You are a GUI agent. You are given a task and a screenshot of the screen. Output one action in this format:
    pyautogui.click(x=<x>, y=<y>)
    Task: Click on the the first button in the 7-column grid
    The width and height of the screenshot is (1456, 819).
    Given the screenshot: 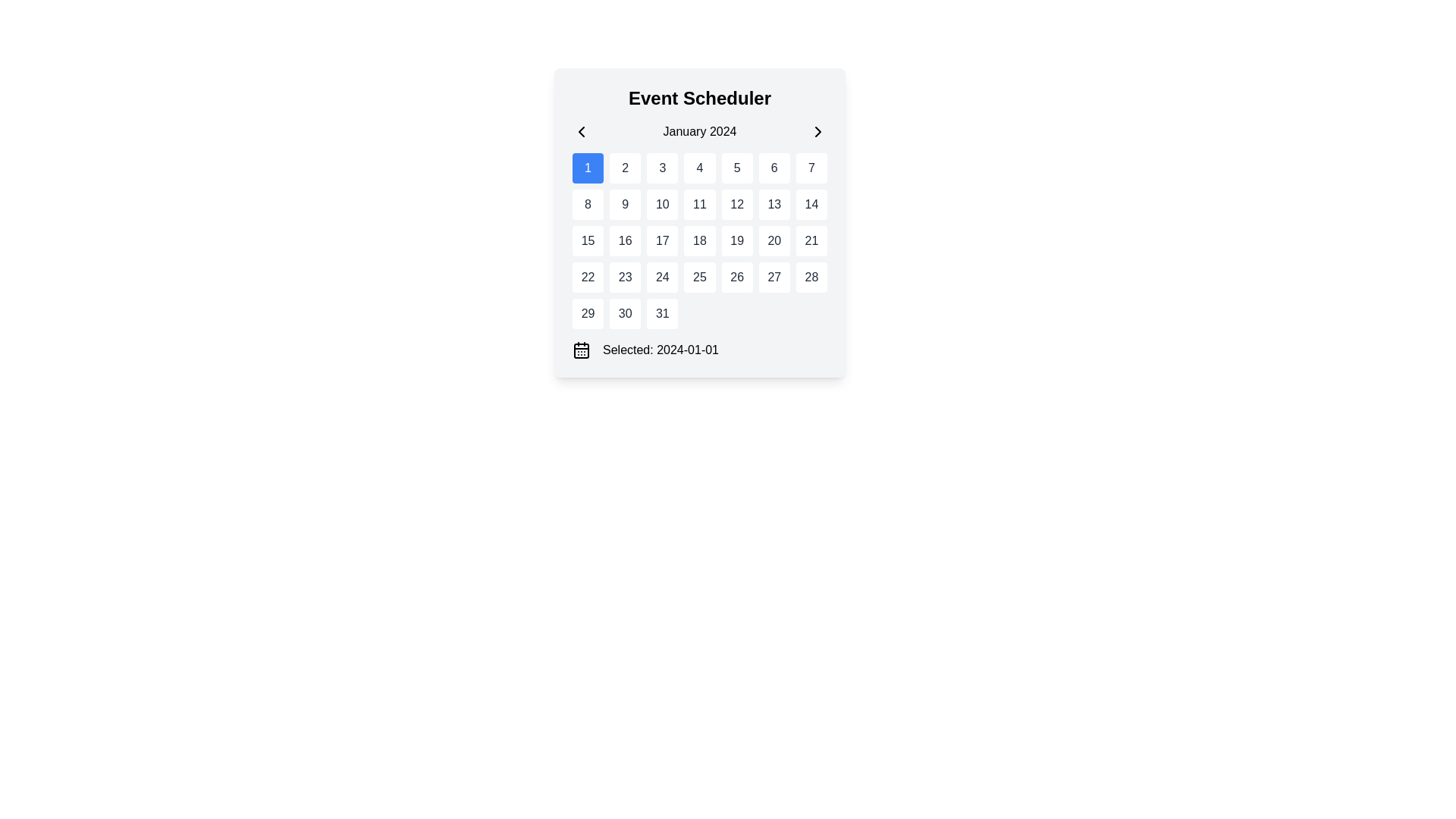 What is the action you would take?
    pyautogui.click(x=587, y=168)
    